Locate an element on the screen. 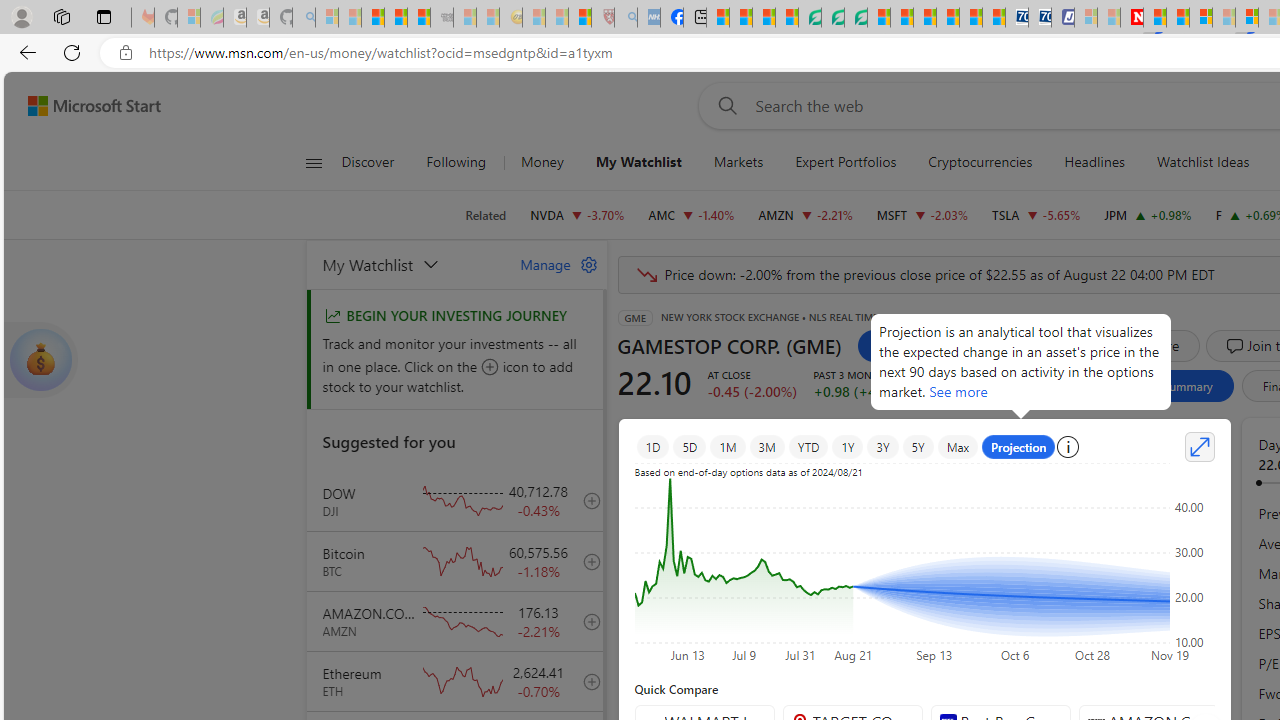 The width and height of the screenshot is (1280, 720). 'Discover' is located at coordinates (368, 162).